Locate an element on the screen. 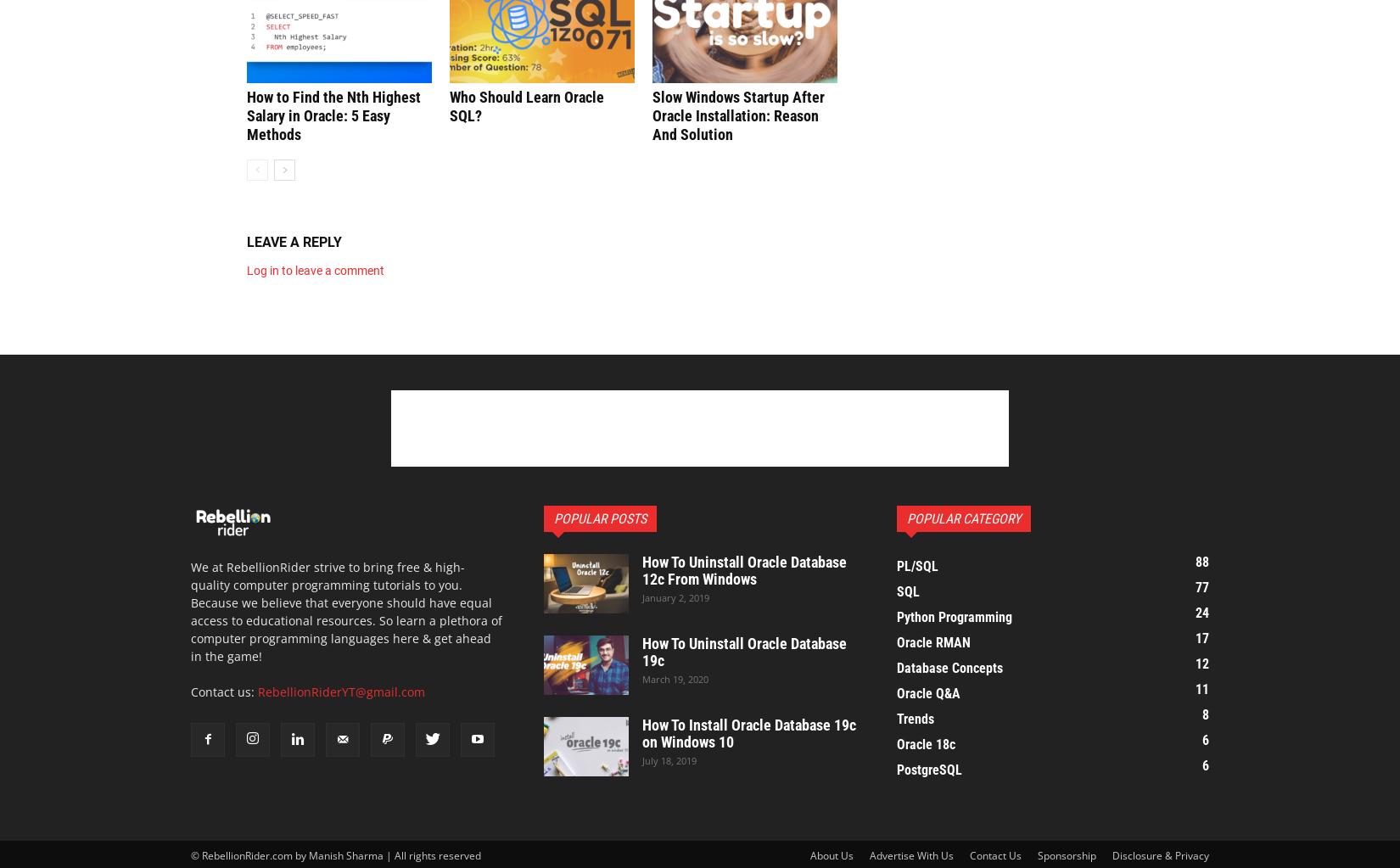 The height and width of the screenshot is (868, 1400). '12' is located at coordinates (1201, 662).